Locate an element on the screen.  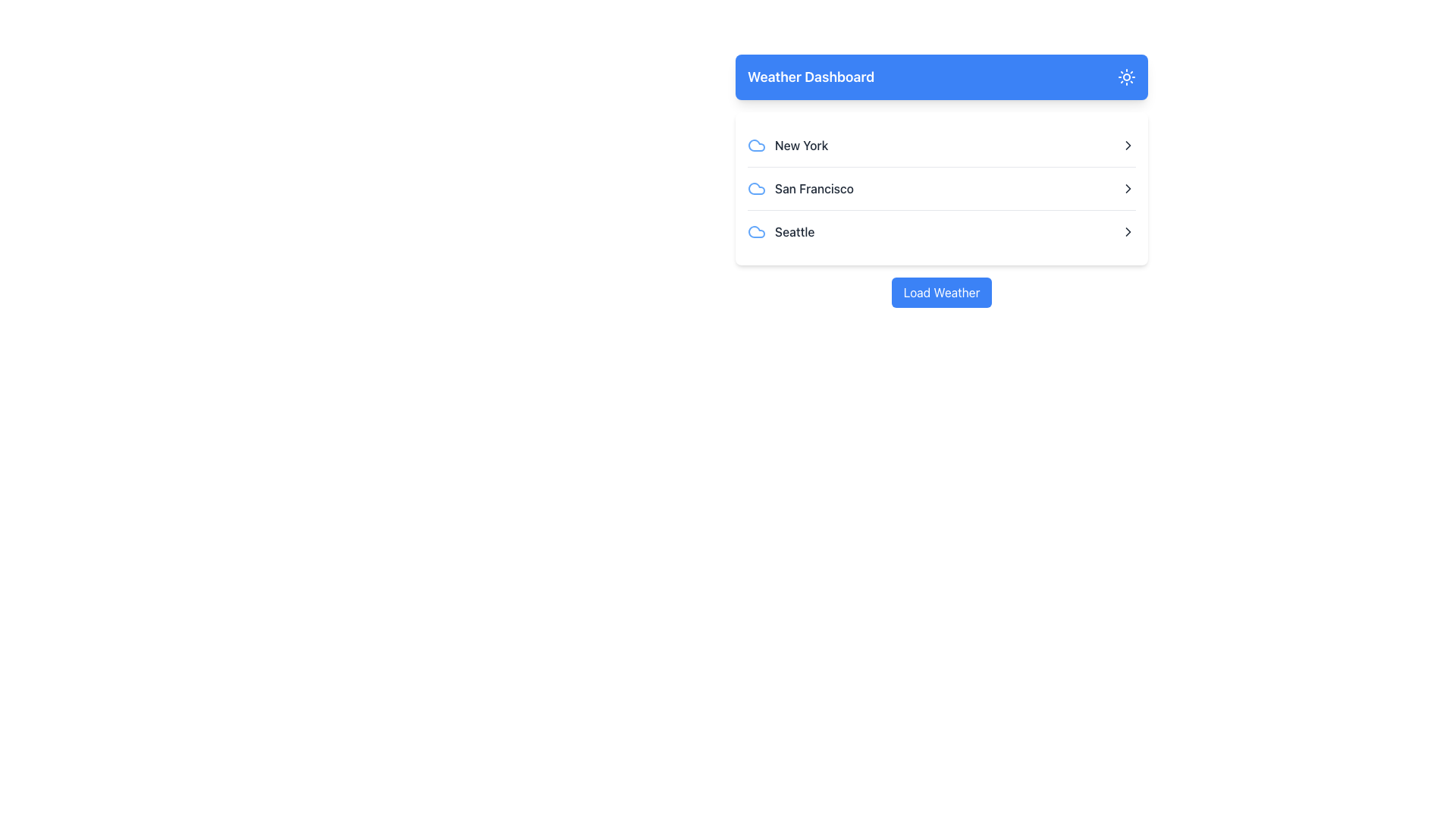
the chevron icon on the far right of the 'New York' list item is located at coordinates (1128, 146).